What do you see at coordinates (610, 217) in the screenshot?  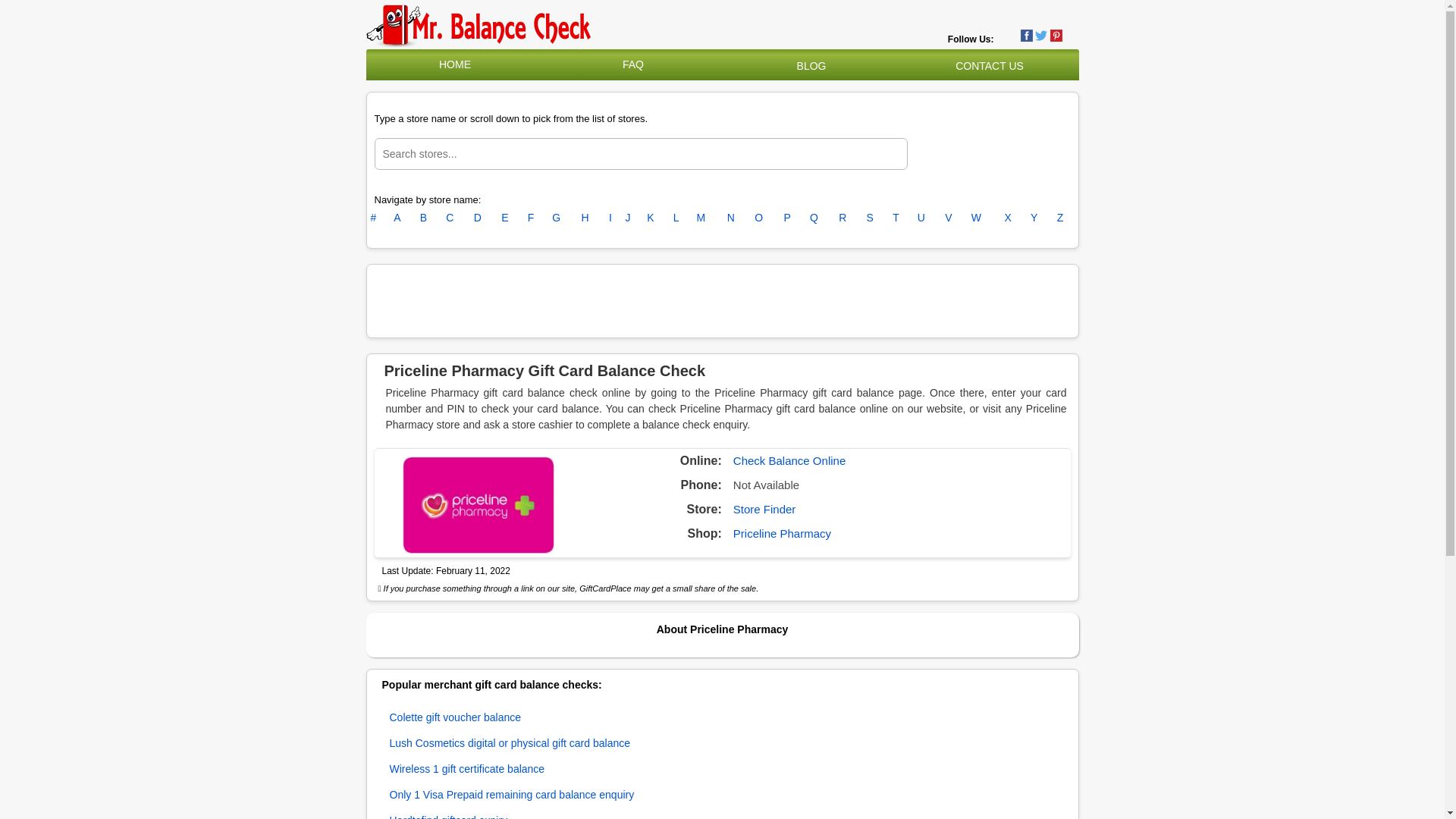 I see `'I'` at bounding box center [610, 217].